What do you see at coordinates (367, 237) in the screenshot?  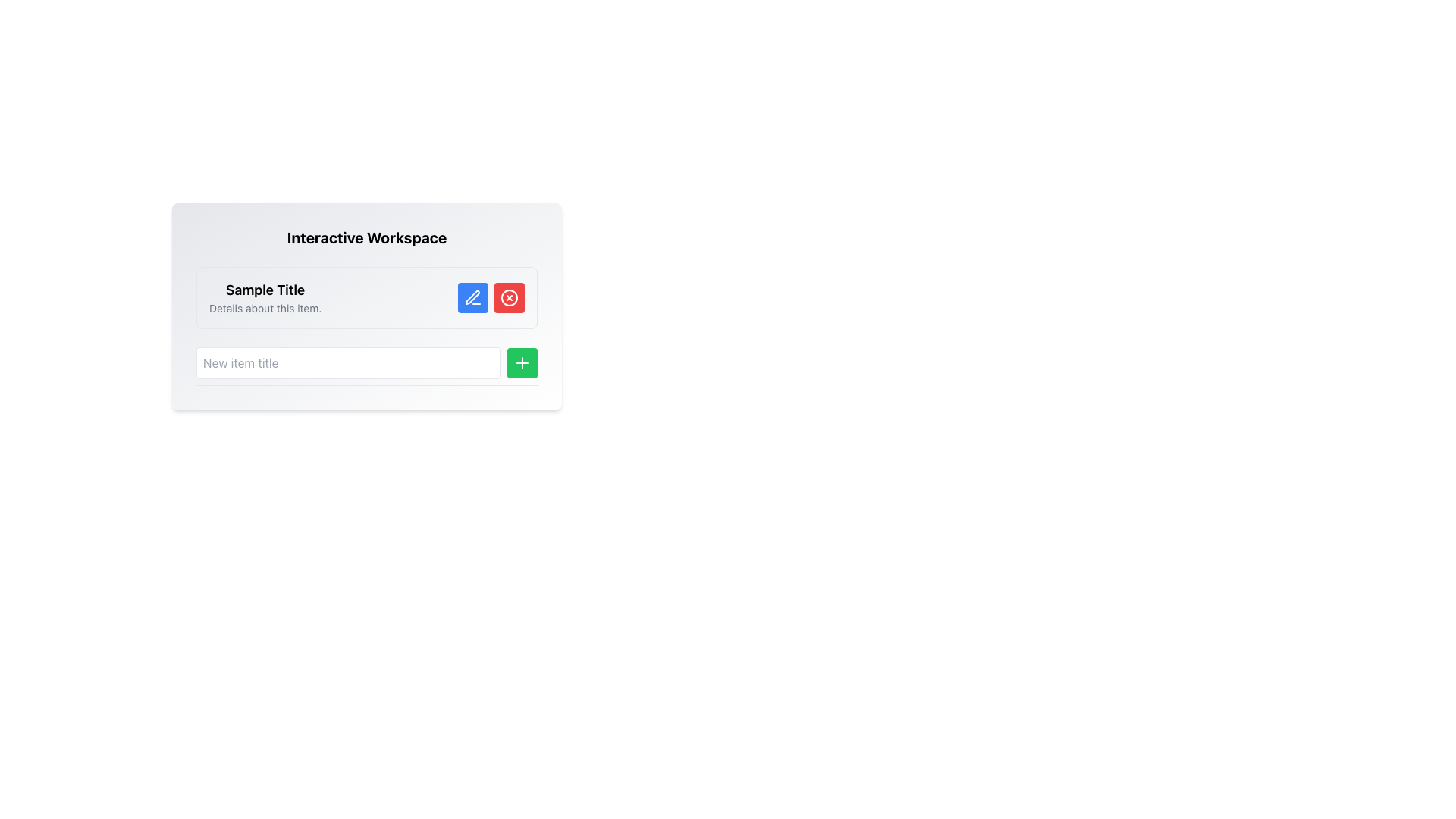 I see `text of the bold header labeled 'Interactive Workspace' located at the top of the light-gray rounded box` at bounding box center [367, 237].